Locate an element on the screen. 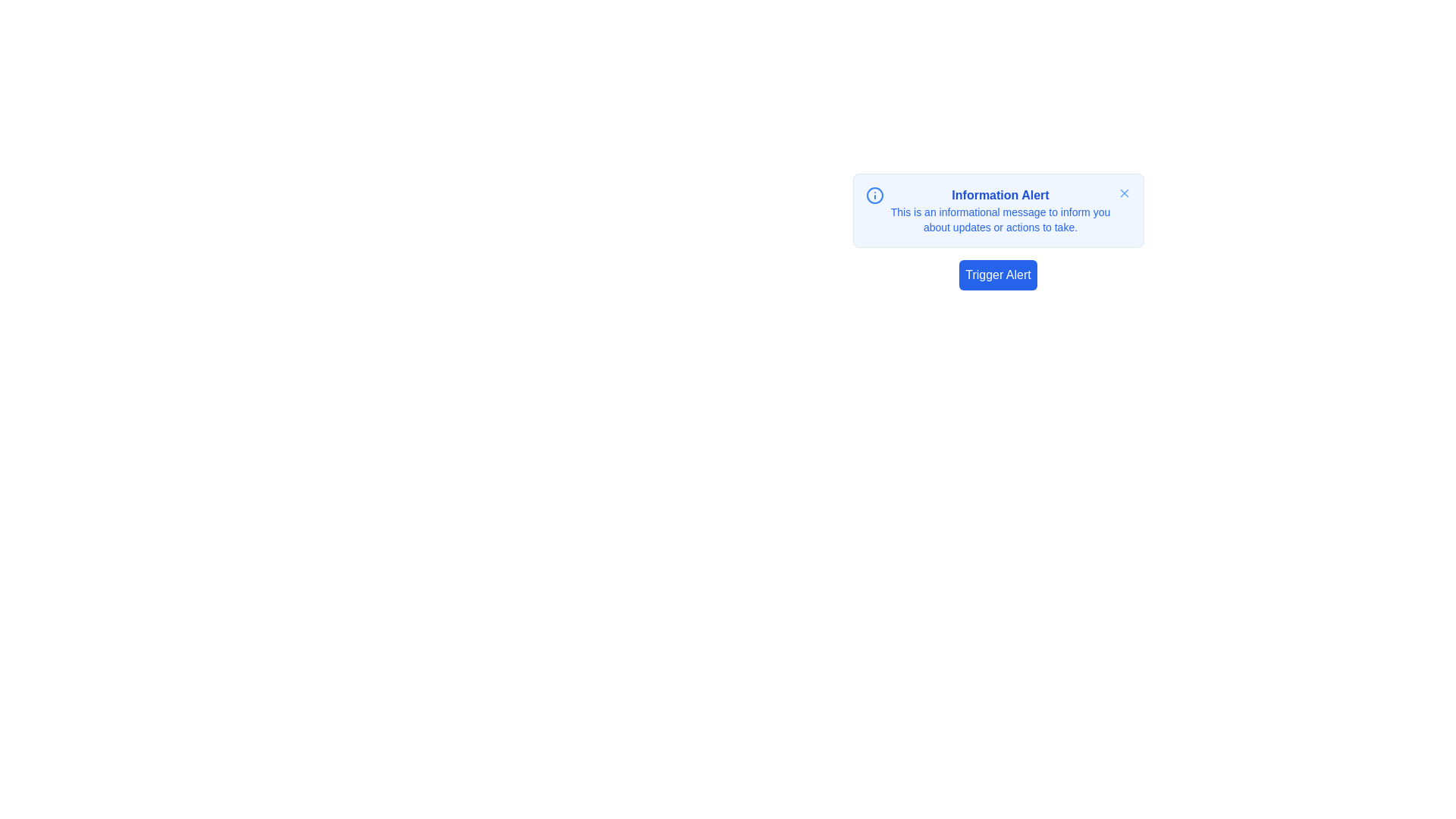  the interactive button located directly below the 'Information Alert' message box for accessibility navigation is located at coordinates (998, 275).